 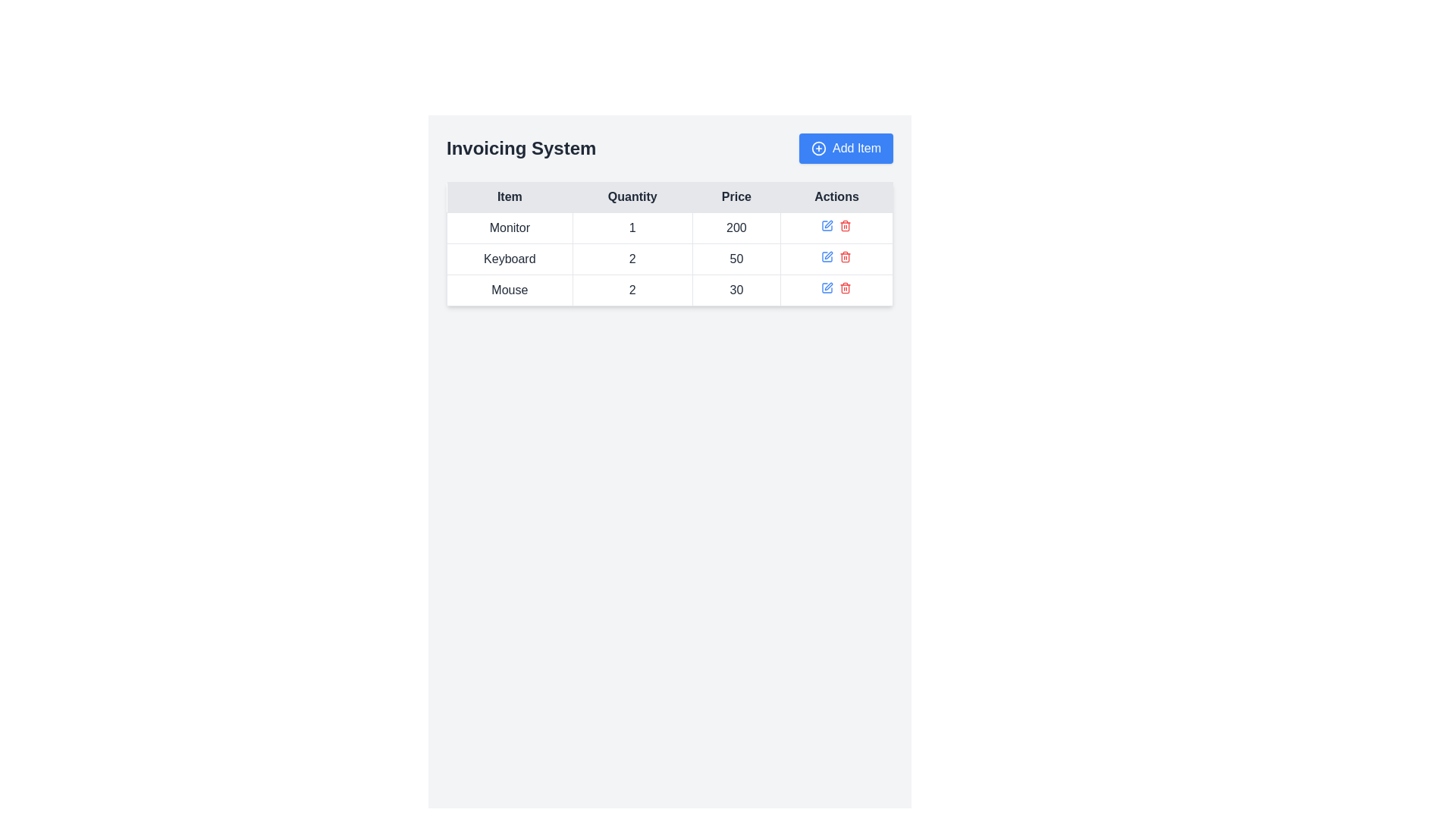 What do you see at coordinates (669, 259) in the screenshot?
I see `the table row displaying the item 'Keyboard', with quantity '2' and price '50', located in the middle of the table` at bounding box center [669, 259].